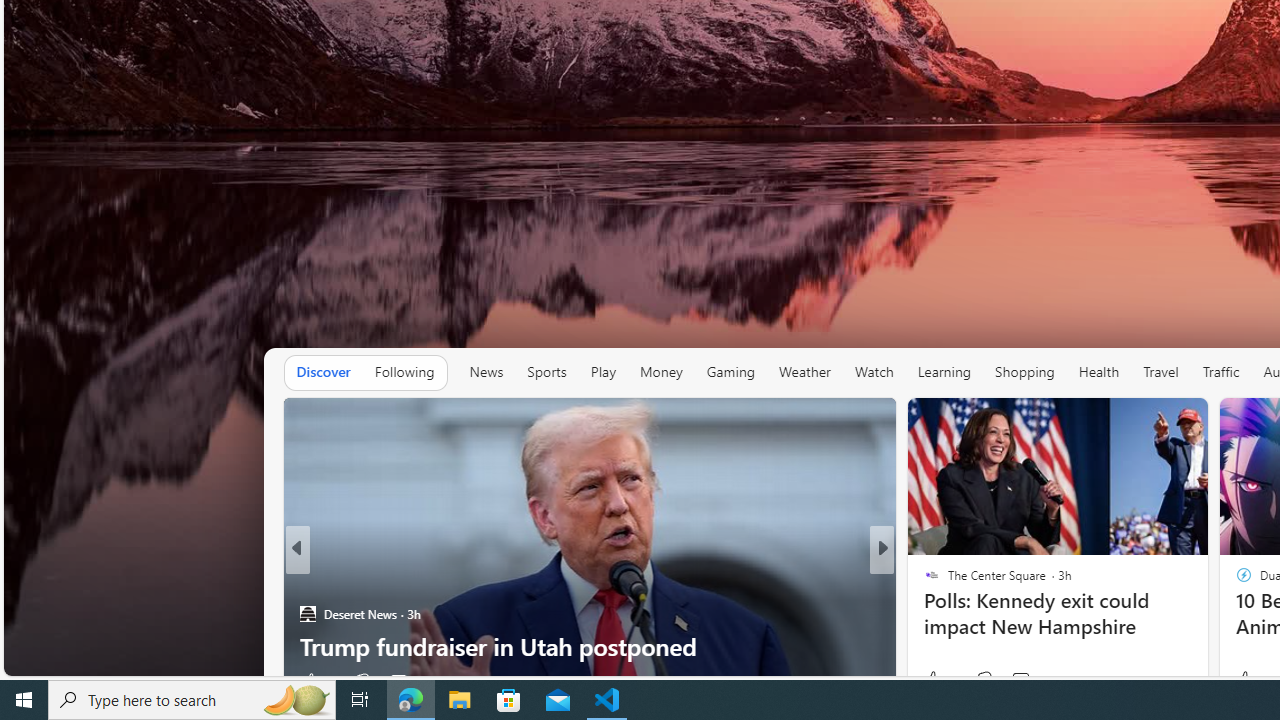 This screenshot has height=720, width=1280. Describe the element at coordinates (933, 680) in the screenshot. I see `'51 Like'` at that location.